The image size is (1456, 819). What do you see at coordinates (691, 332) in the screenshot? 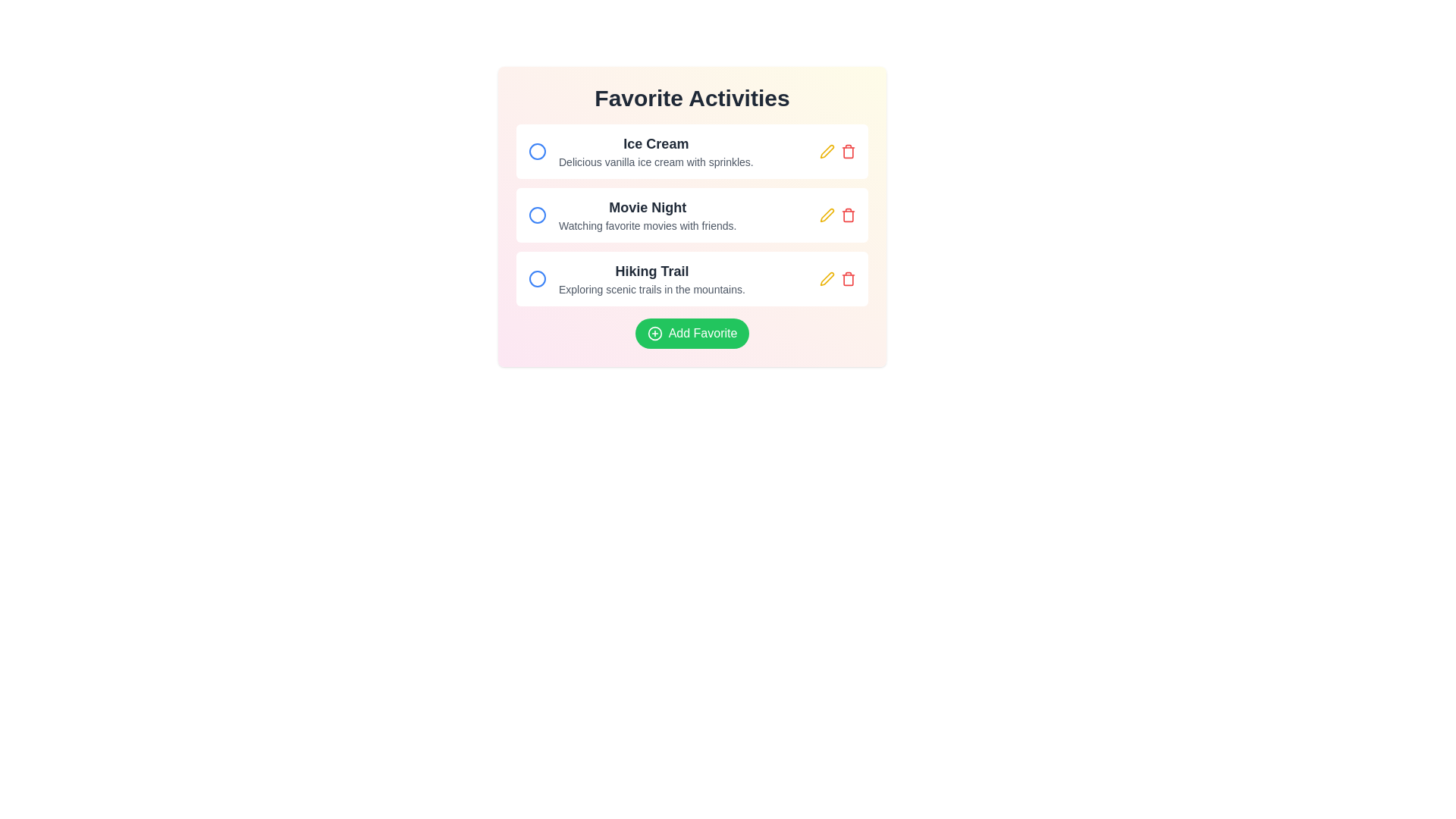
I see `the 'Add Favorite' button with a green background and white text` at bounding box center [691, 332].